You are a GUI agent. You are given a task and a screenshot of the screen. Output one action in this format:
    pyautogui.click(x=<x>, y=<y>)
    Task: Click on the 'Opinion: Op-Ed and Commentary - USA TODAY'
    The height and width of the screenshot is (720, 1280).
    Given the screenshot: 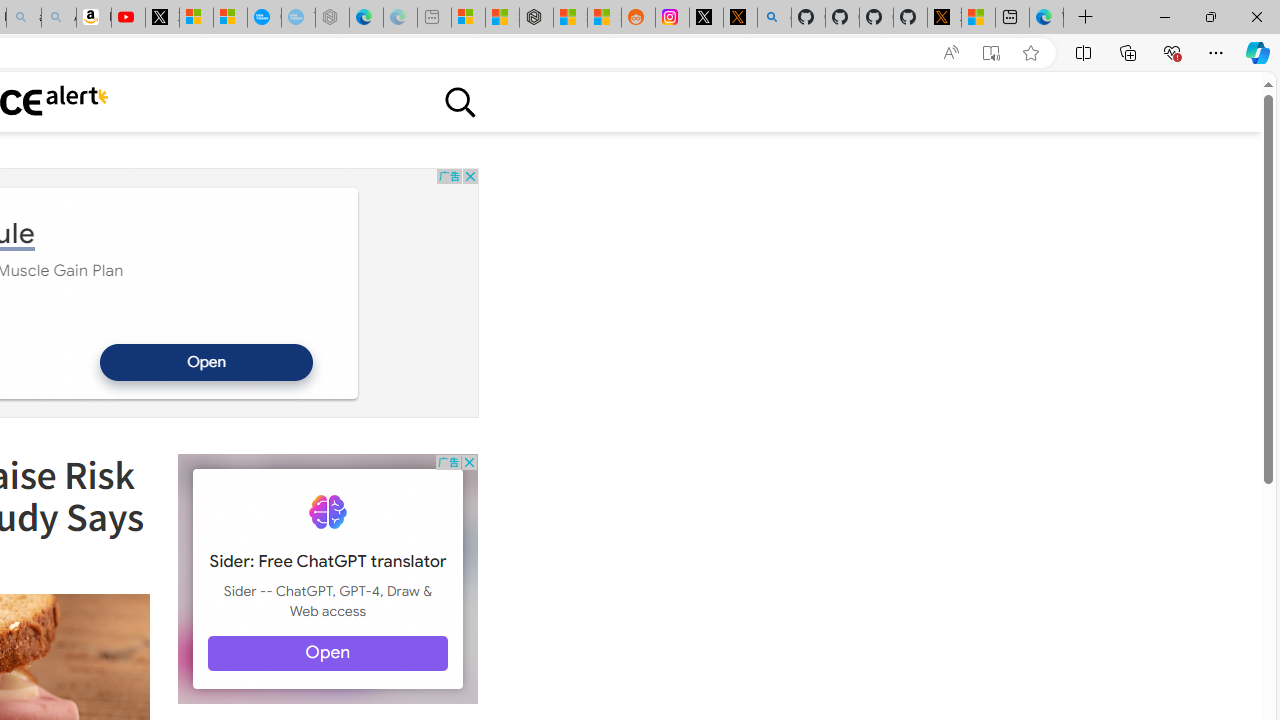 What is the action you would take?
    pyautogui.click(x=263, y=17)
    